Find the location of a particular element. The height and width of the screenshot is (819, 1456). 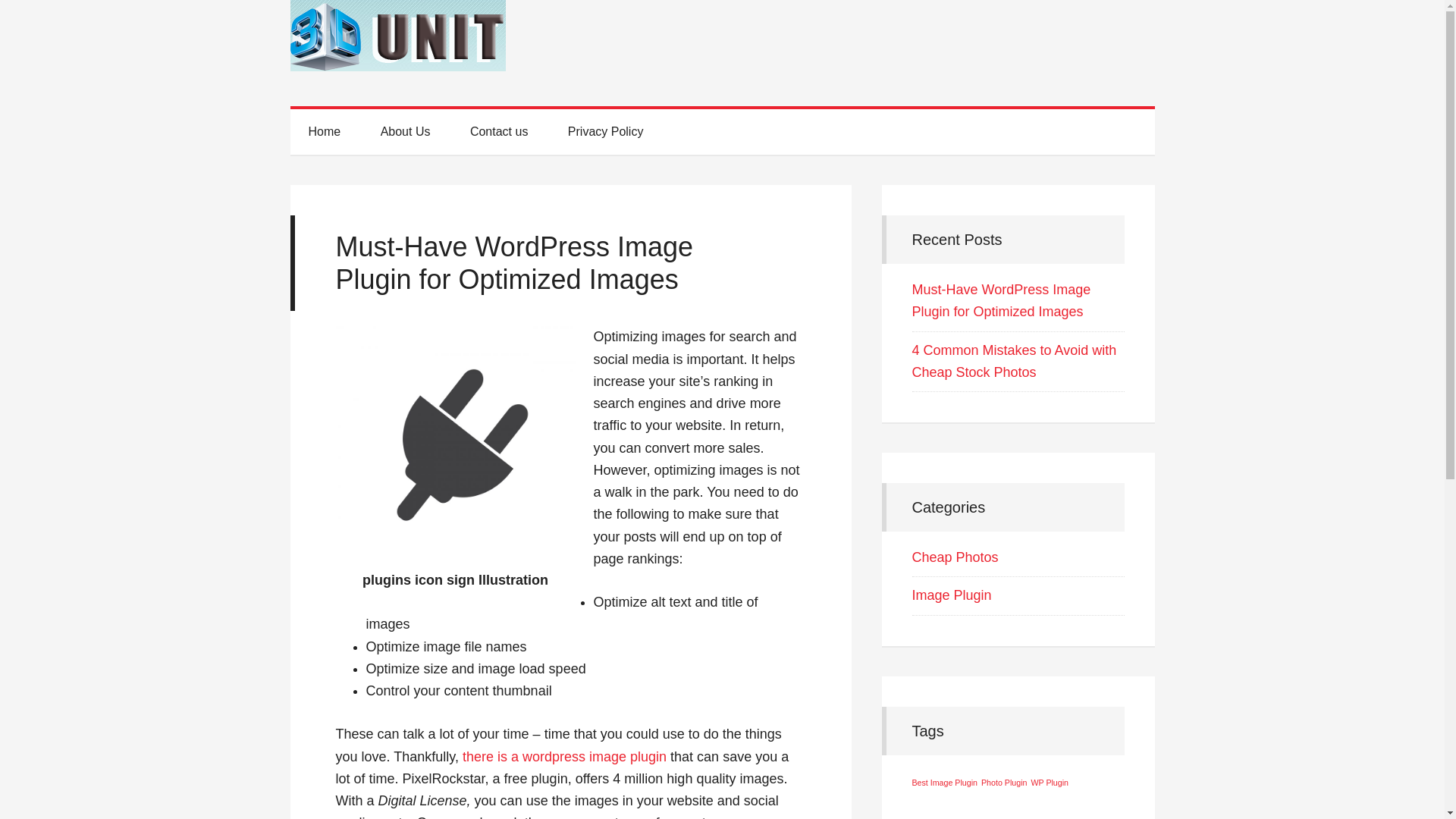

'About Us' is located at coordinates (362, 130).